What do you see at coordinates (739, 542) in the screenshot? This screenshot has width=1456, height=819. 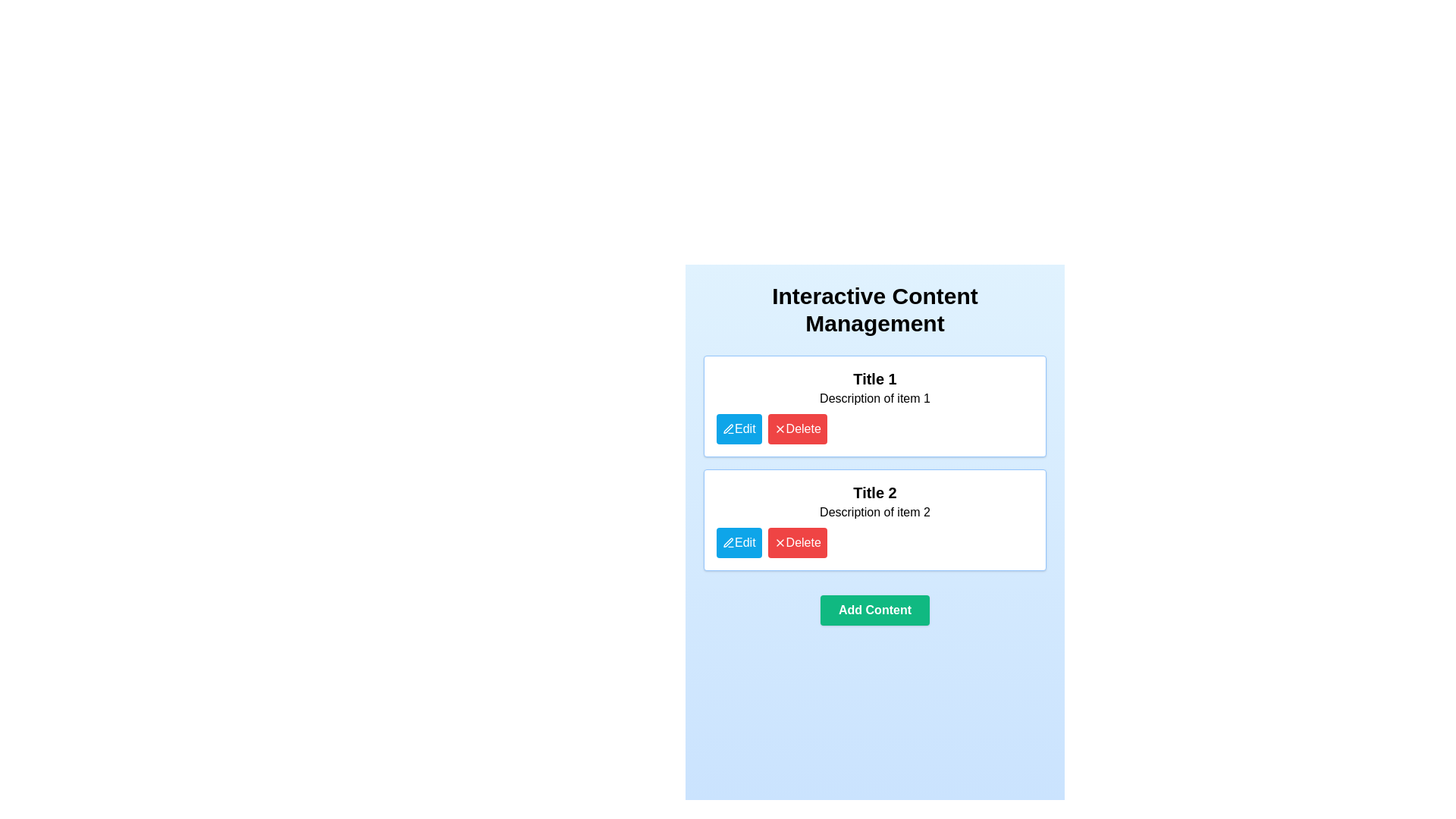 I see `the blue rectangular 'Edit' button with rounded corners and a pen icon located in the top-left corner of the 'Title 2 Description of item 2' block` at bounding box center [739, 542].